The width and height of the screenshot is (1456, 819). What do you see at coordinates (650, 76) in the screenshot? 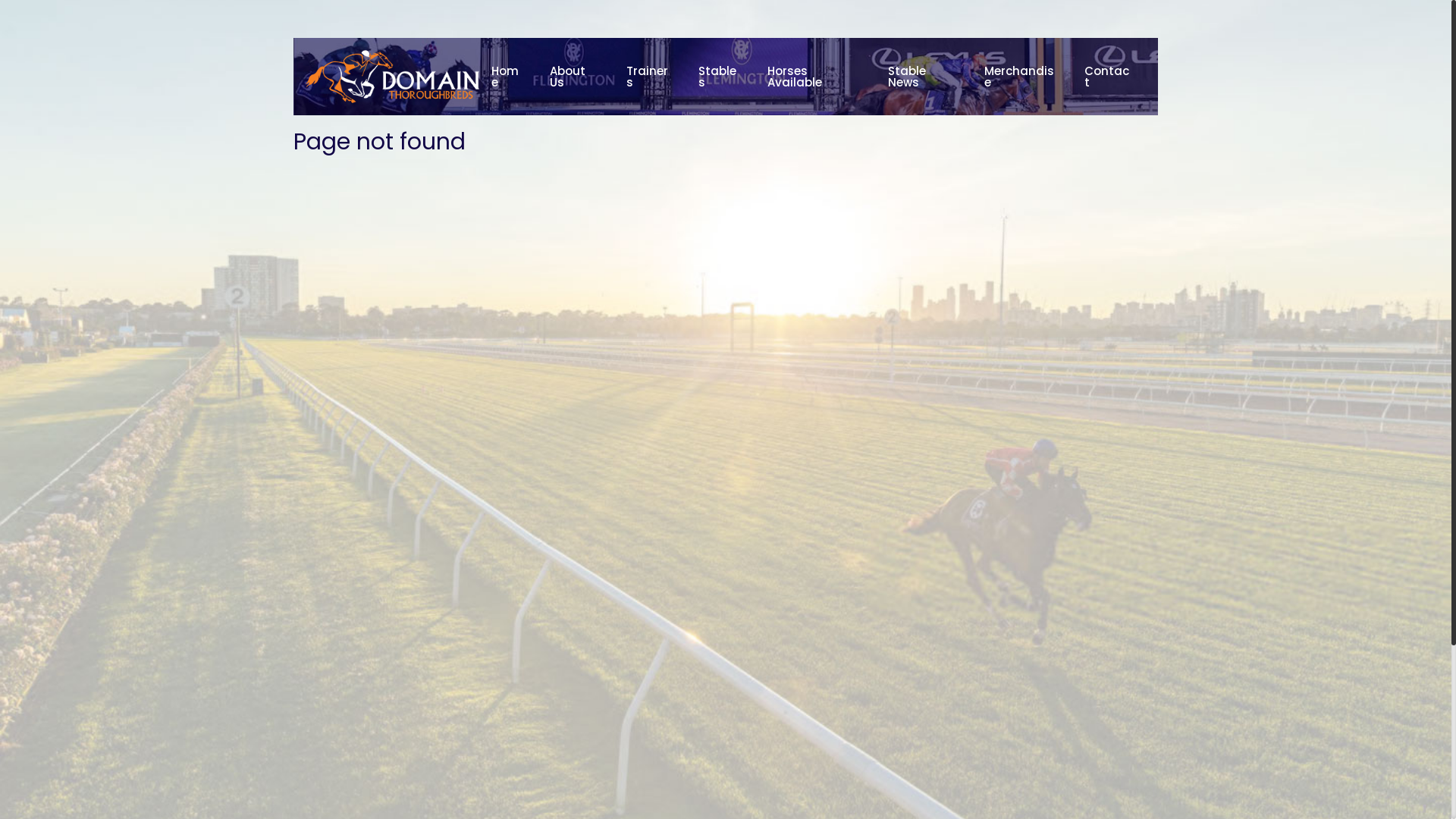
I see `'Trainers'` at bounding box center [650, 76].